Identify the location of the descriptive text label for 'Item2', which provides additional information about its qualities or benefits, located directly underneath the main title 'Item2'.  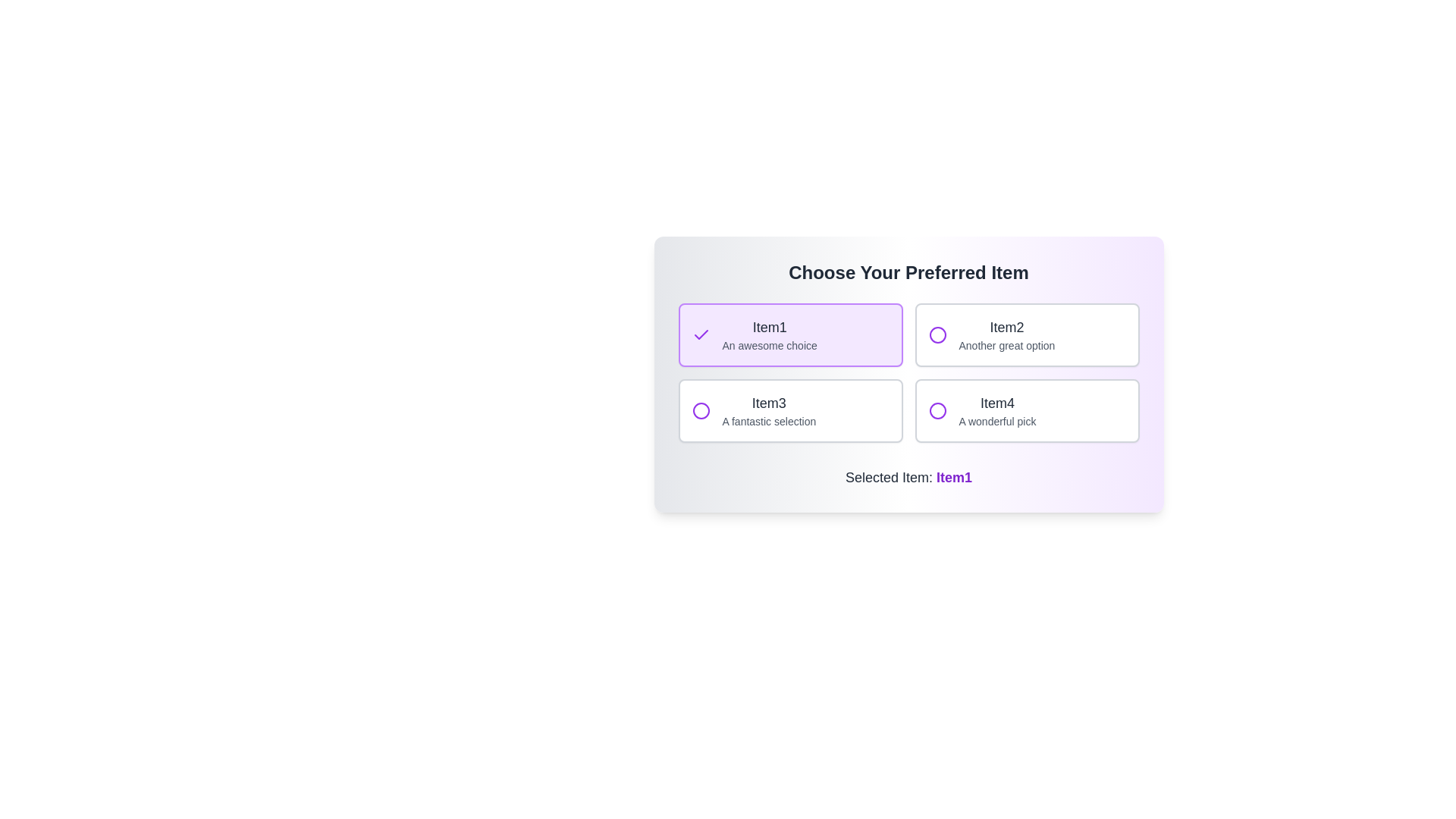
(1006, 345).